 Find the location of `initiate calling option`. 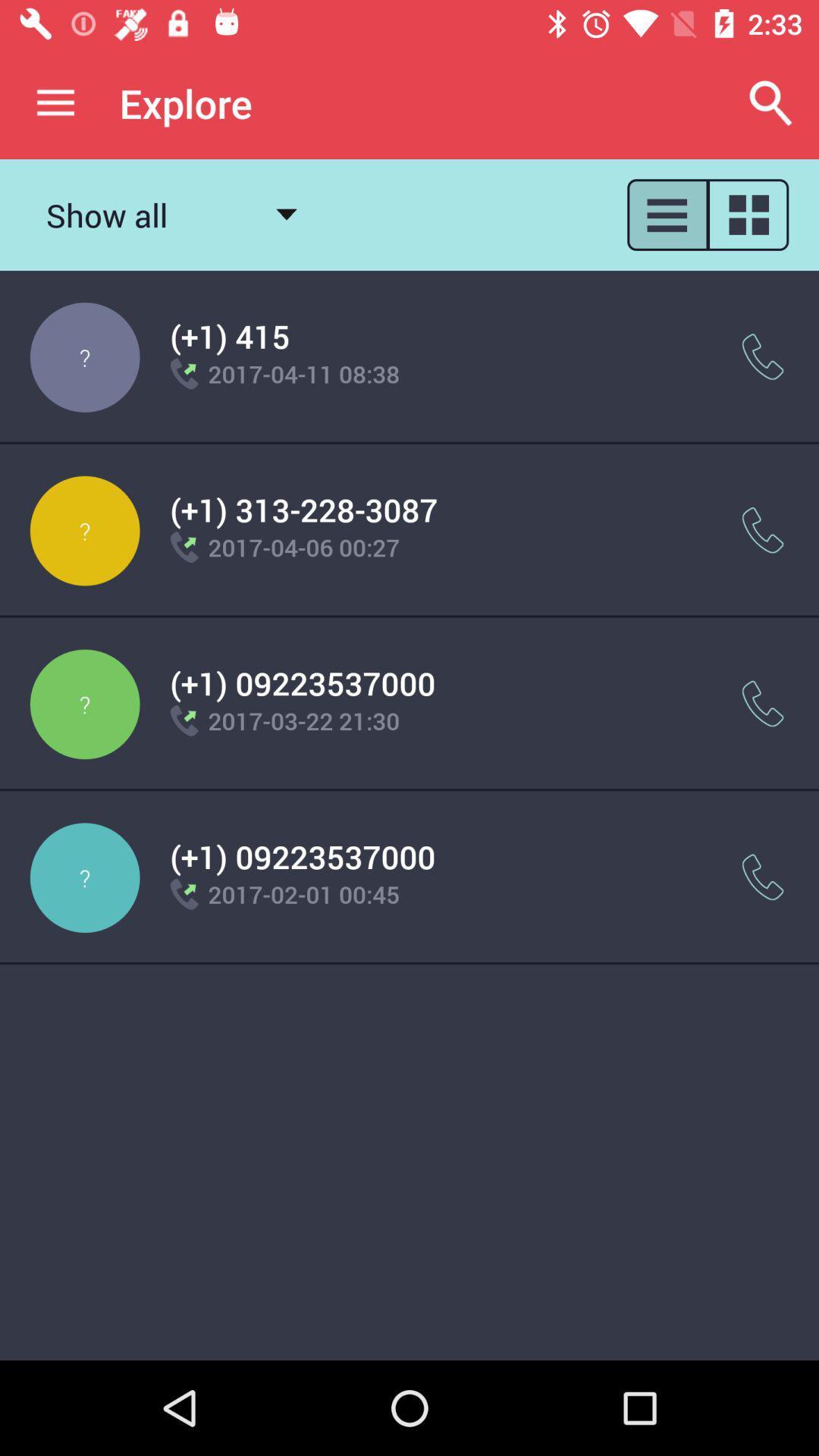

initiate calling option is located at coordinates (763, 530).